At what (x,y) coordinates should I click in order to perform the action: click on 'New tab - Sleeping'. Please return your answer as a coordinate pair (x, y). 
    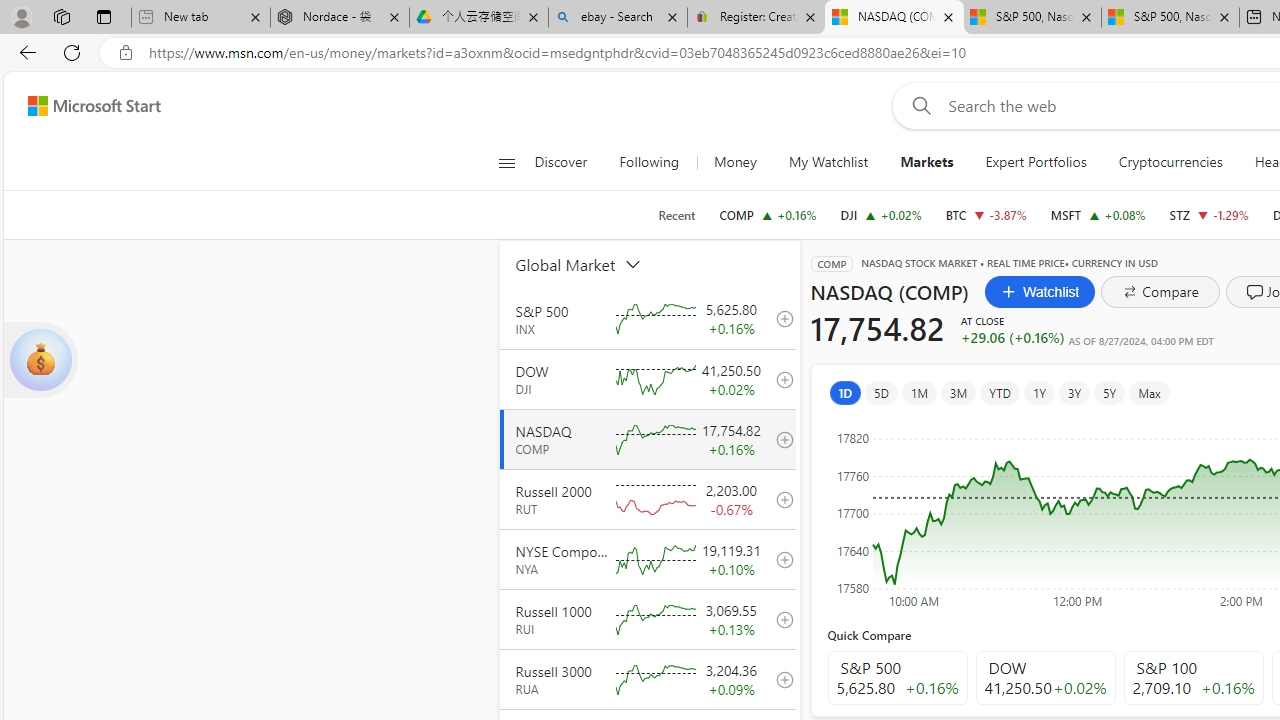
    Looking at the image, I should click on (200, 17).